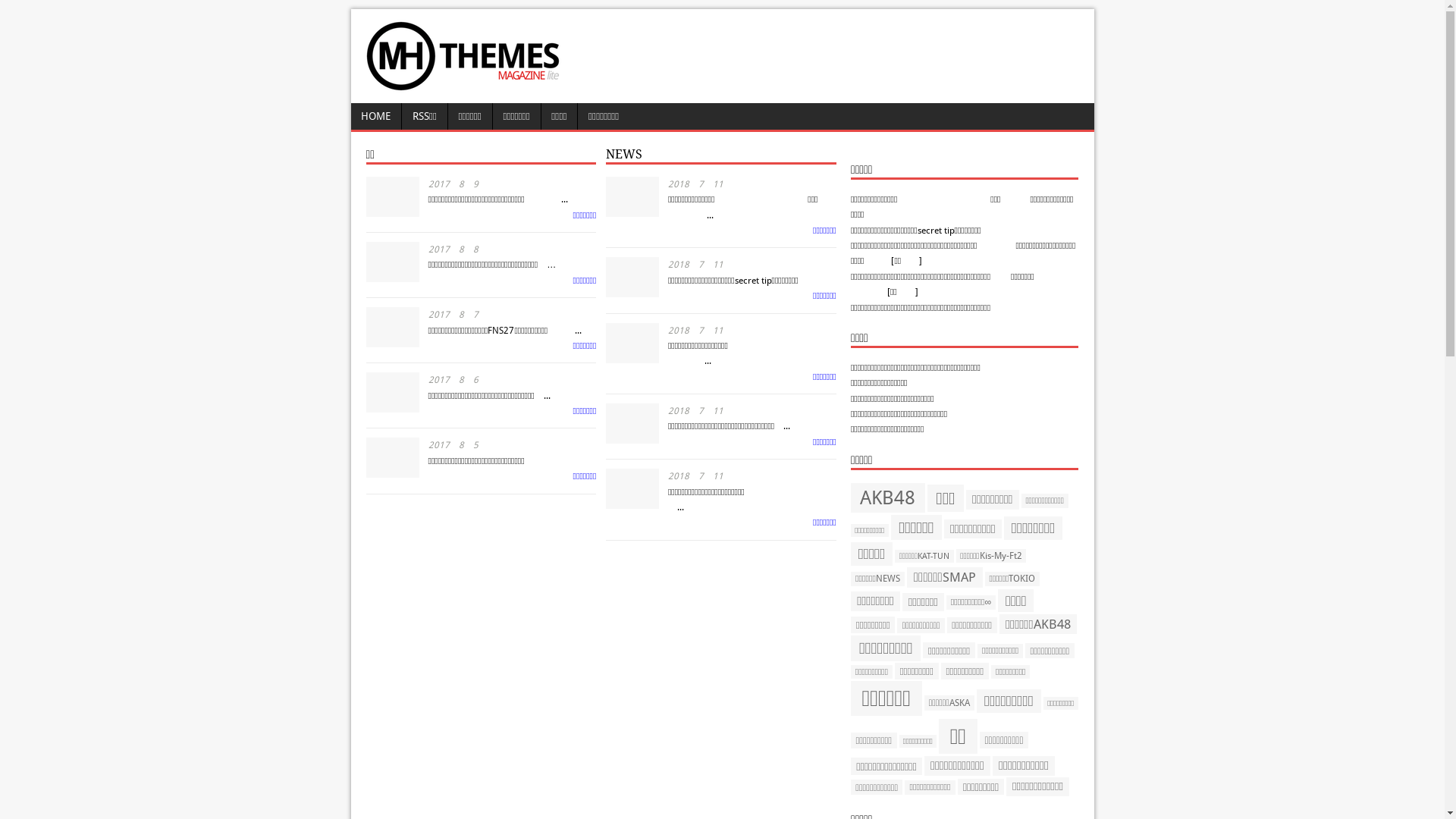 The width and height of the screenshot is (1456, 819). Describe the element at coordinates (375, 115) in the screenshot. I see `'HOME'` at that location.